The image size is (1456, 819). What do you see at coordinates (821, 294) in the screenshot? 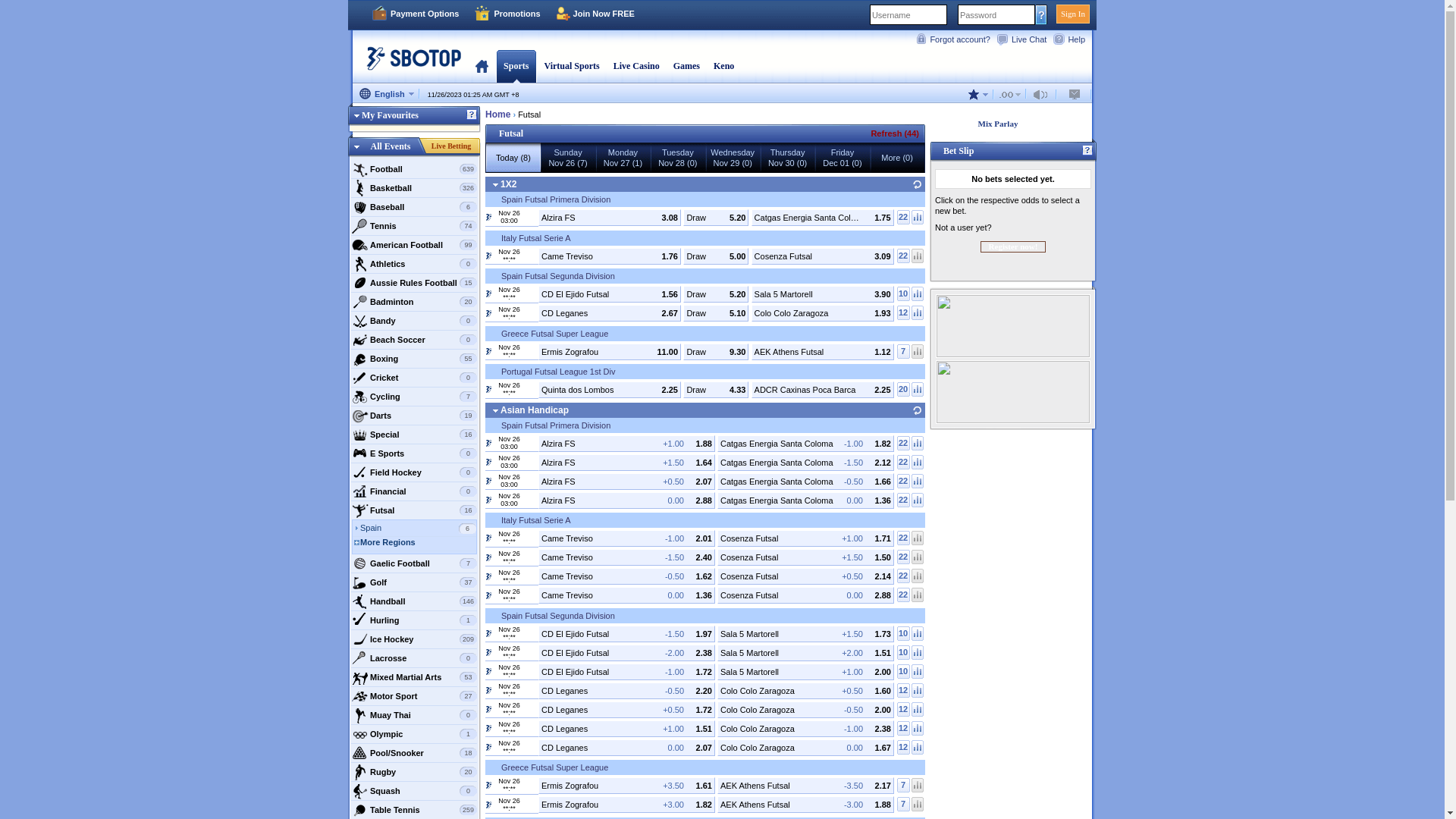
I see `'3.90` at bounding box center [821, 294].